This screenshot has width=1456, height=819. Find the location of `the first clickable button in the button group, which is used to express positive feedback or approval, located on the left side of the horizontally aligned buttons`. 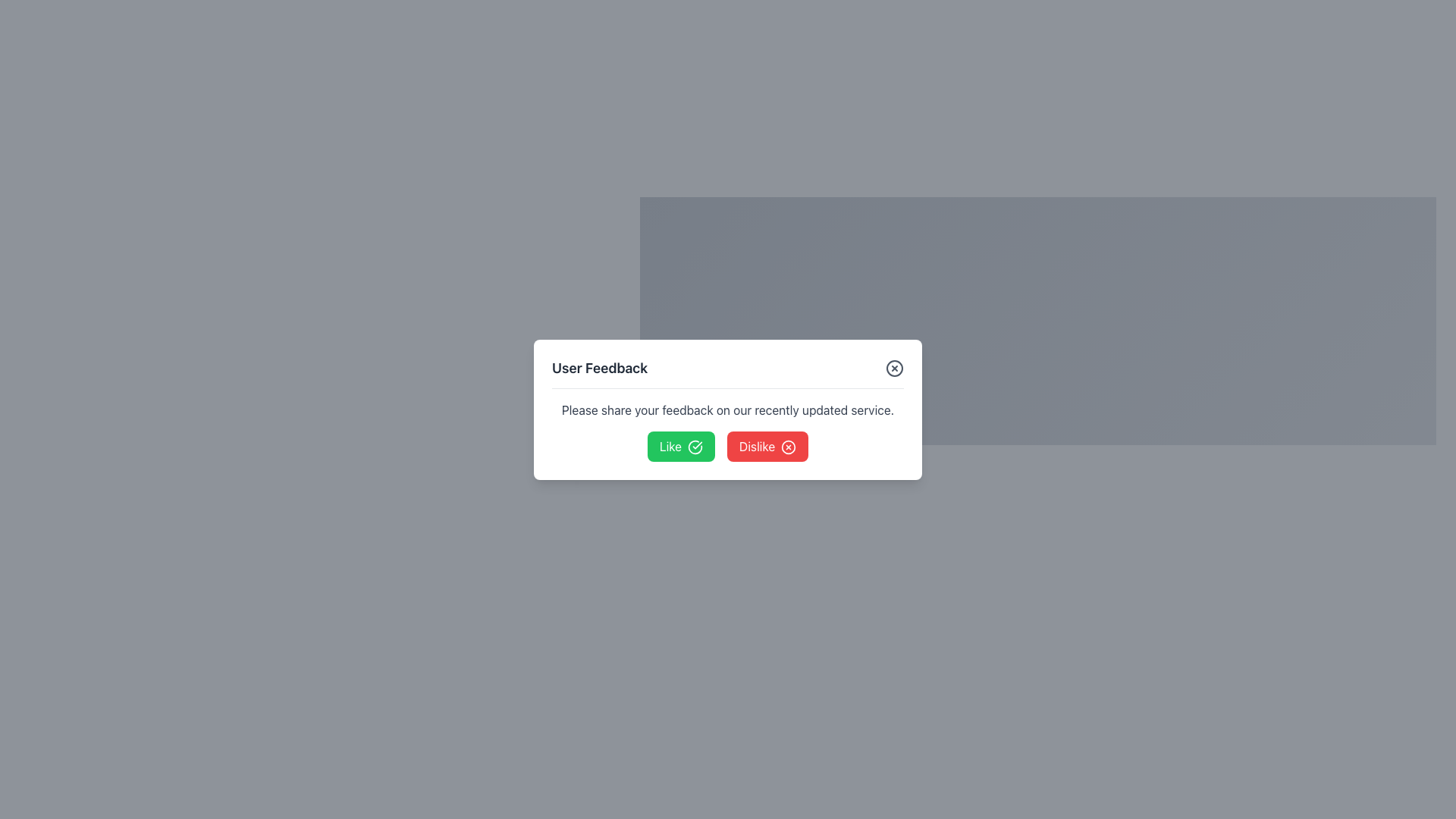

the first clickable button in the button group, which is used to express positive feedback or approval, located on the left side of the horizontally aligned buttons is located at coordinates (680, 445).